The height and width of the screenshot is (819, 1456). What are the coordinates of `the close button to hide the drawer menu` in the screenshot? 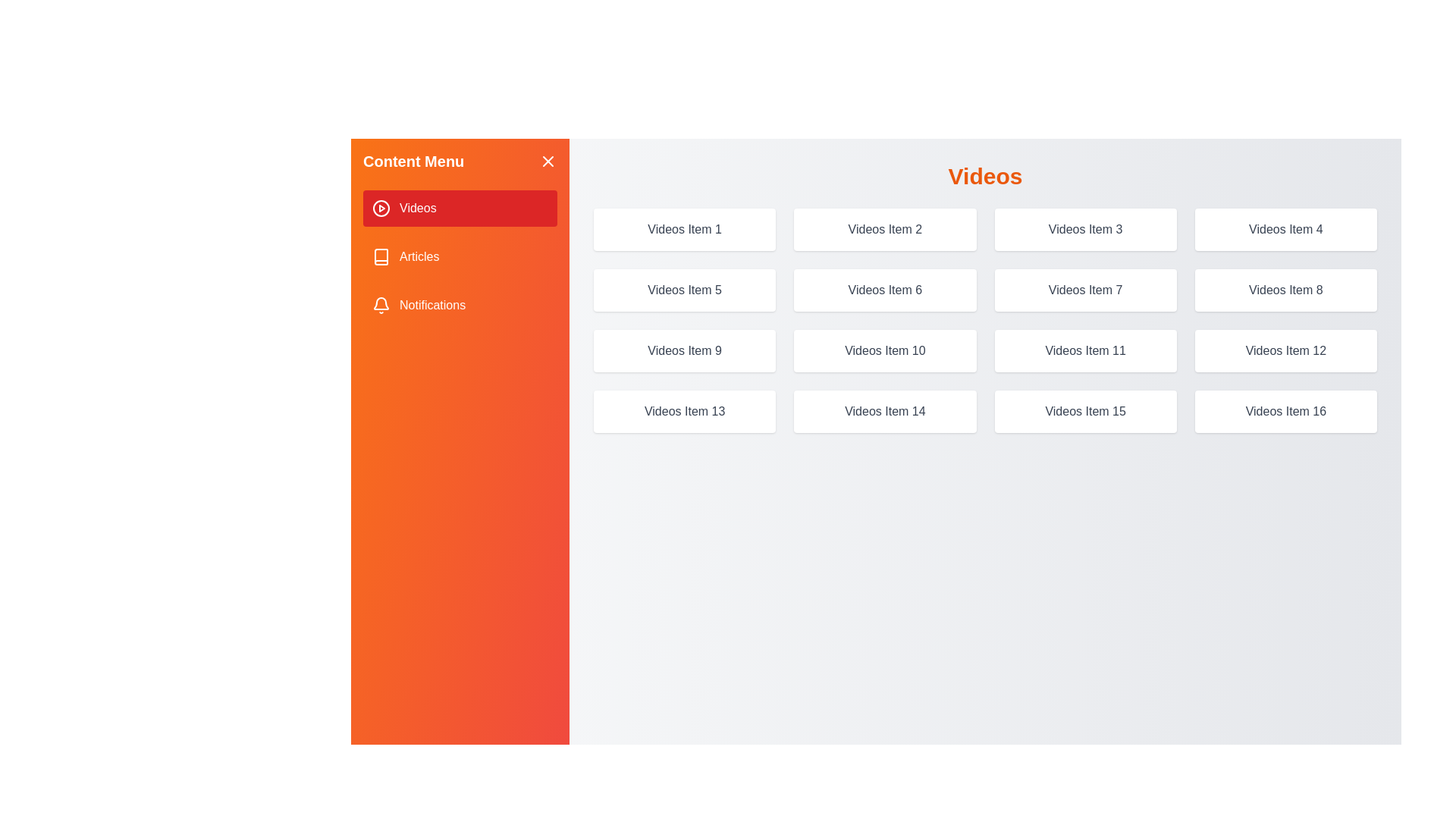 It's located at (548, 161).